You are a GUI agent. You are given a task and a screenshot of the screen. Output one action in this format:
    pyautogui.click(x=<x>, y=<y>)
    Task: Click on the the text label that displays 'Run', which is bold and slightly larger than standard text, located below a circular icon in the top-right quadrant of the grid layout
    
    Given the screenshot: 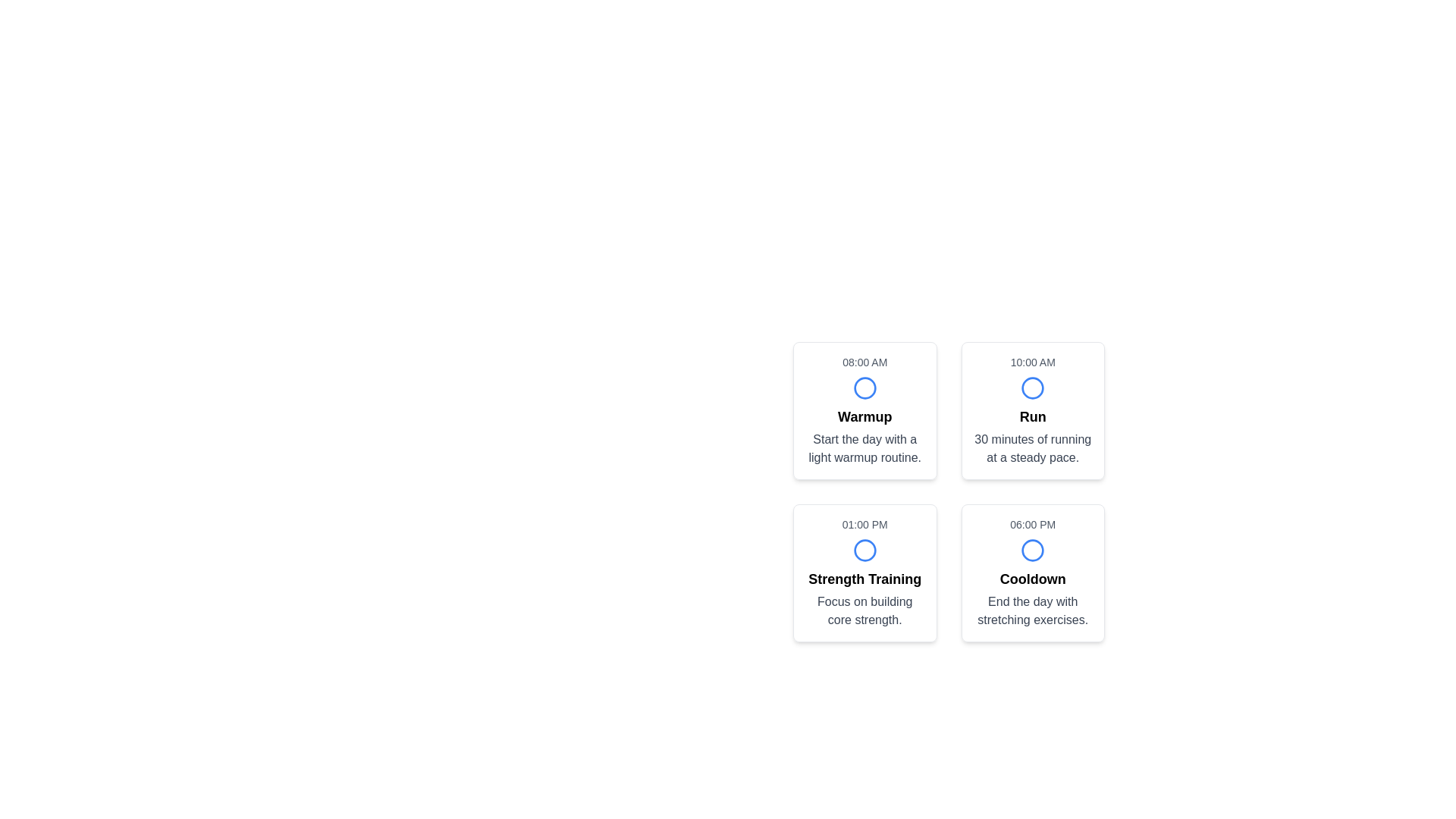 What is the action you would take?
    pyautogui.click(x=1032, y=417)
    